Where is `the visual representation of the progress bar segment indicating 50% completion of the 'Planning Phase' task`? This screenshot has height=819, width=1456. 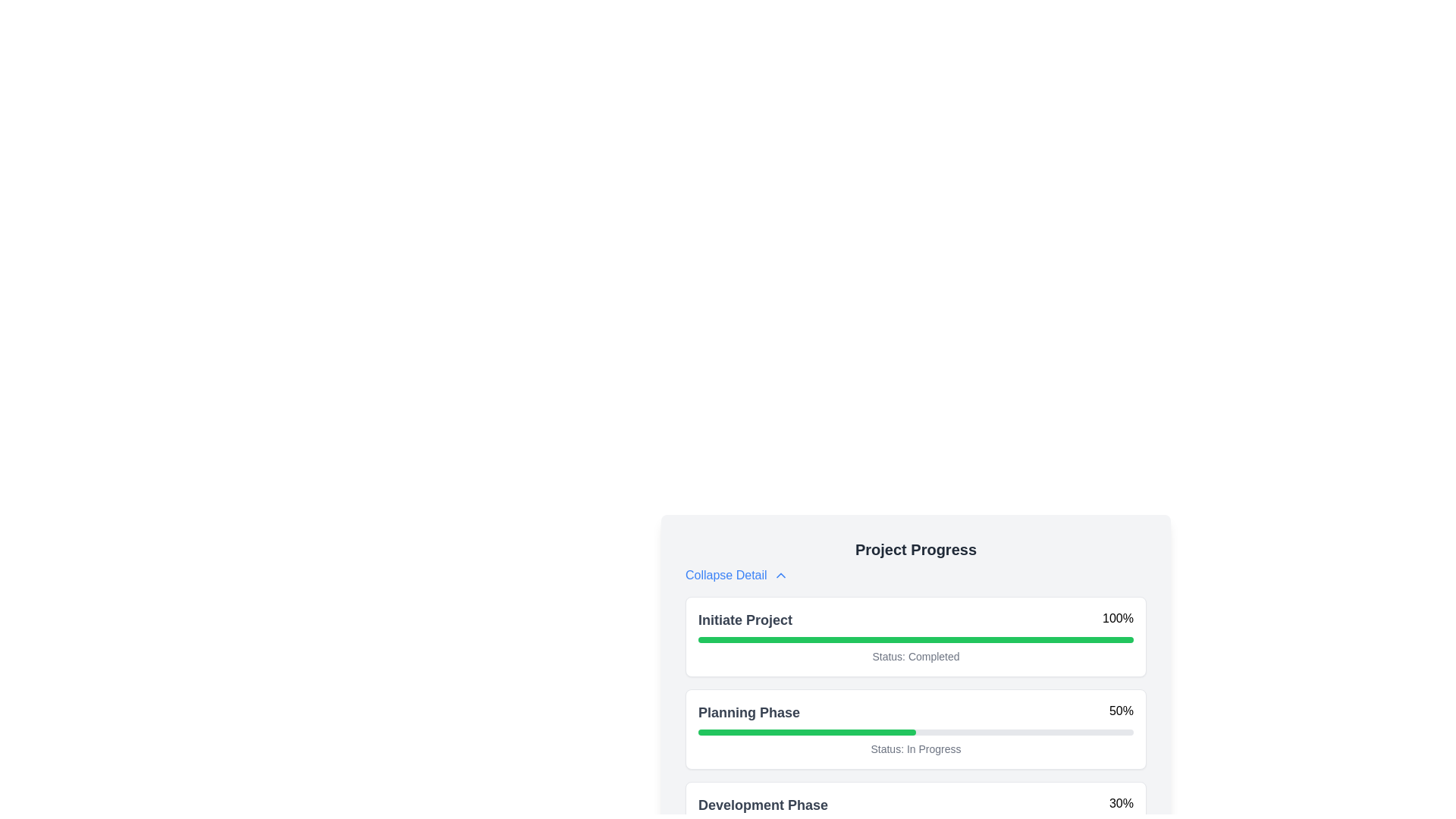
the visual representation of the progress bar segment indicating 50% completion of the 'Planning Phase' task is located at coordinates (806, 731).